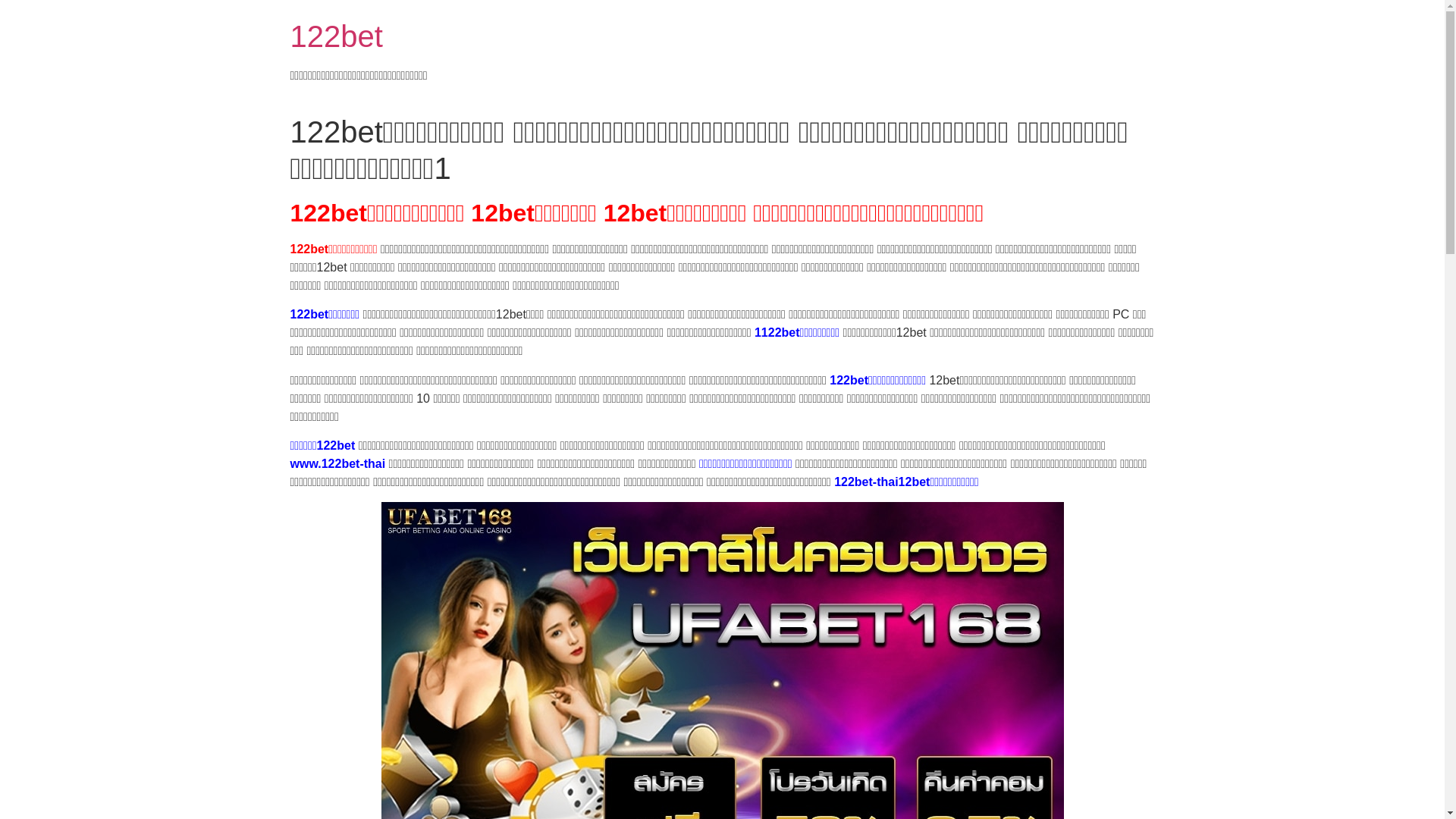 The image size is (1456, 819). I want to click on '122bet', so click(290, 35).